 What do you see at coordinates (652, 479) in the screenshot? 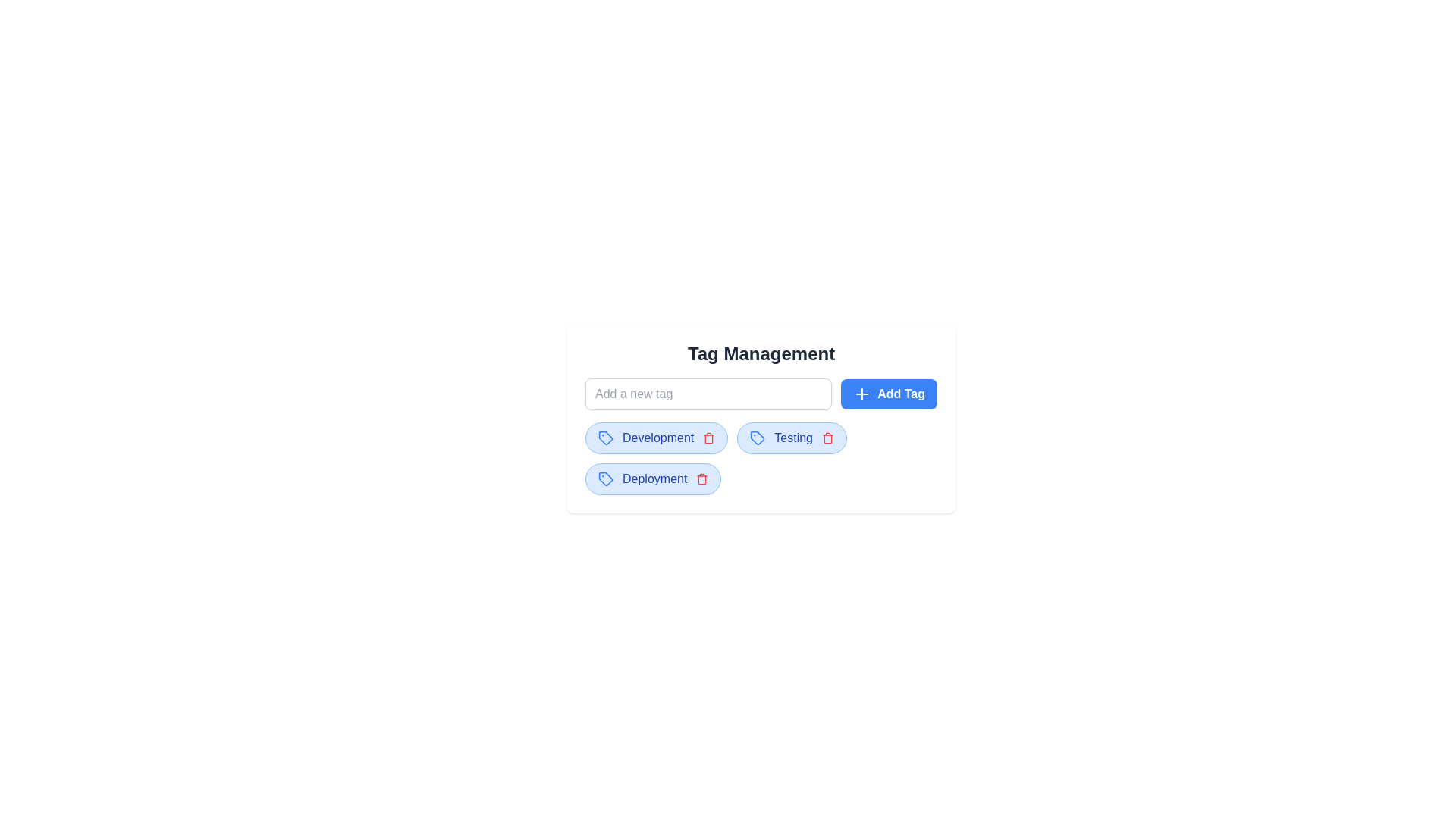
I see `the tag labeled Deployment to observe the hover effect` at bounding box center [652, 479].